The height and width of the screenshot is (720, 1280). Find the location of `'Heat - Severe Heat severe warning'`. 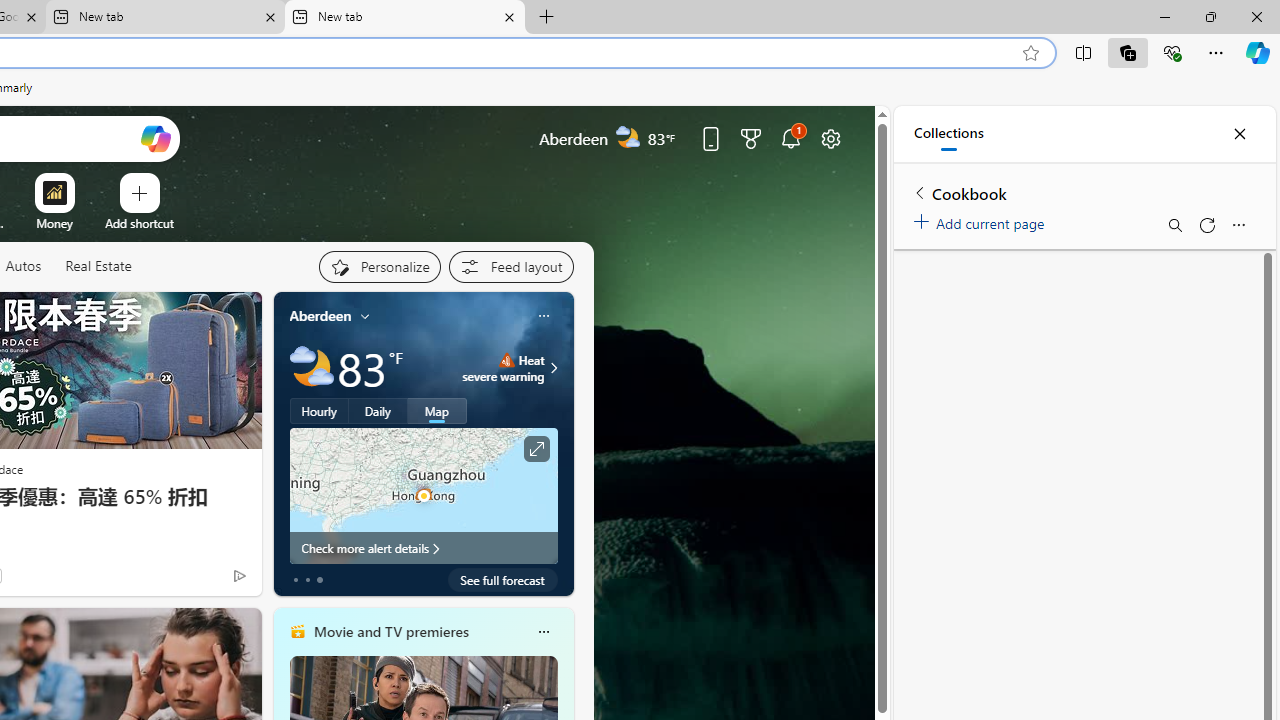

'Heat - Severe Heat severe warning' is located at coordinates (503, 367).